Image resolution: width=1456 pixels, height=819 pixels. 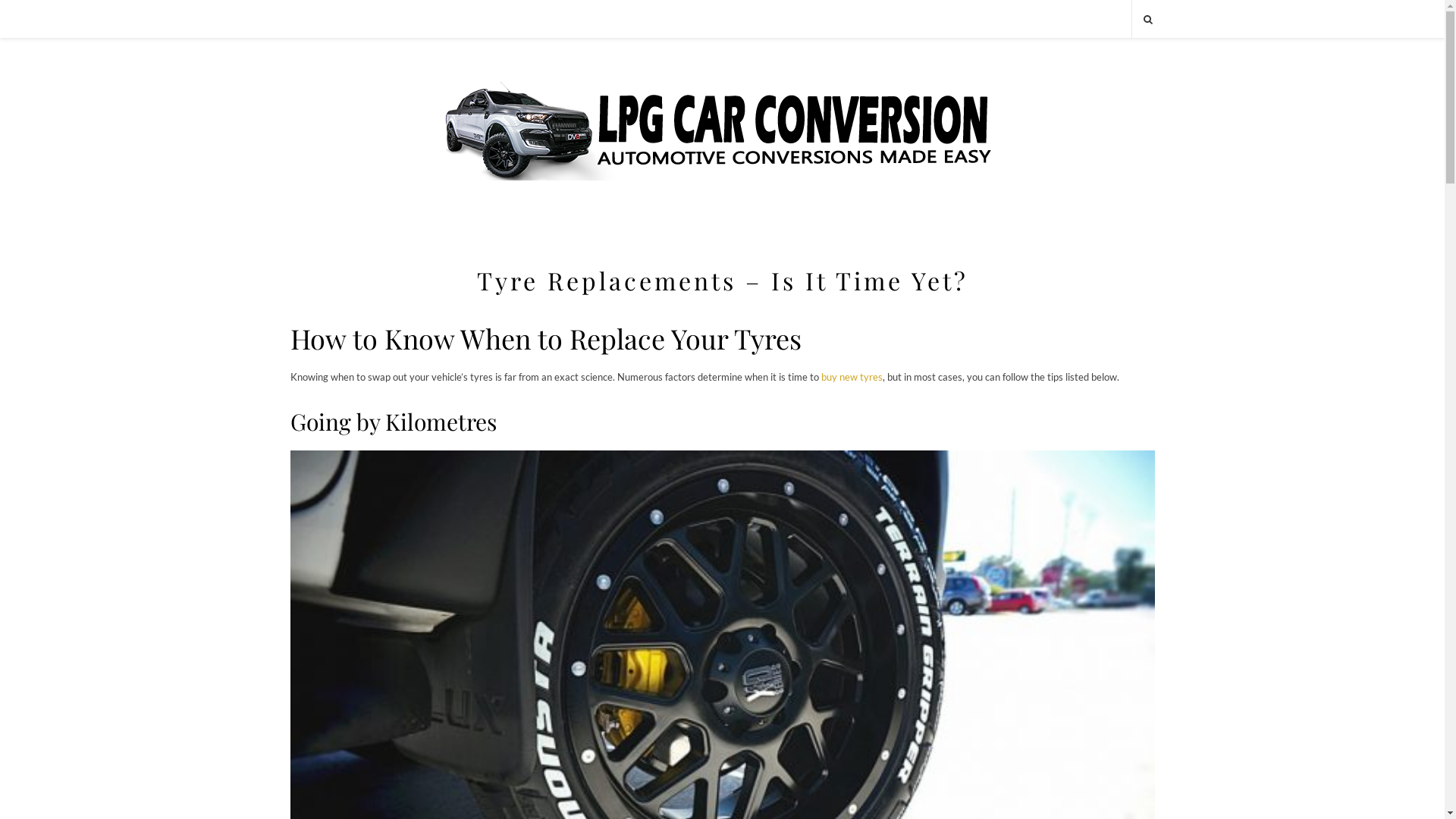 What do you see at coordinates (851, 376) in the screenshot?
I see `'buy new tyres'` at bounding box center [851, 376].